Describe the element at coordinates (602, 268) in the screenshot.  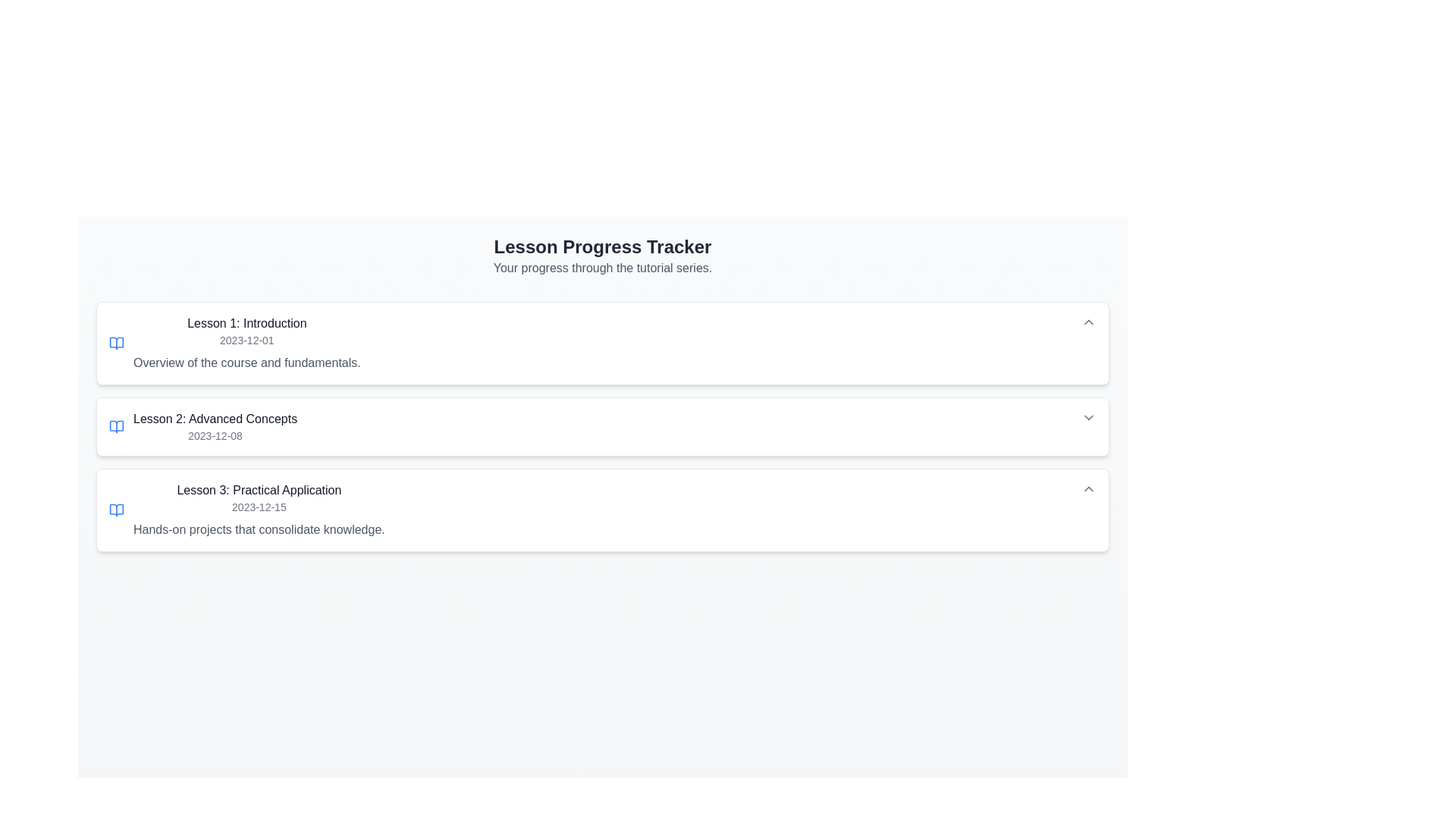
I see `the subtitle text element that reads 'Your progress through the tutorial series', which is located directly below the 'Lesson Progress Tracker' header` at that location.